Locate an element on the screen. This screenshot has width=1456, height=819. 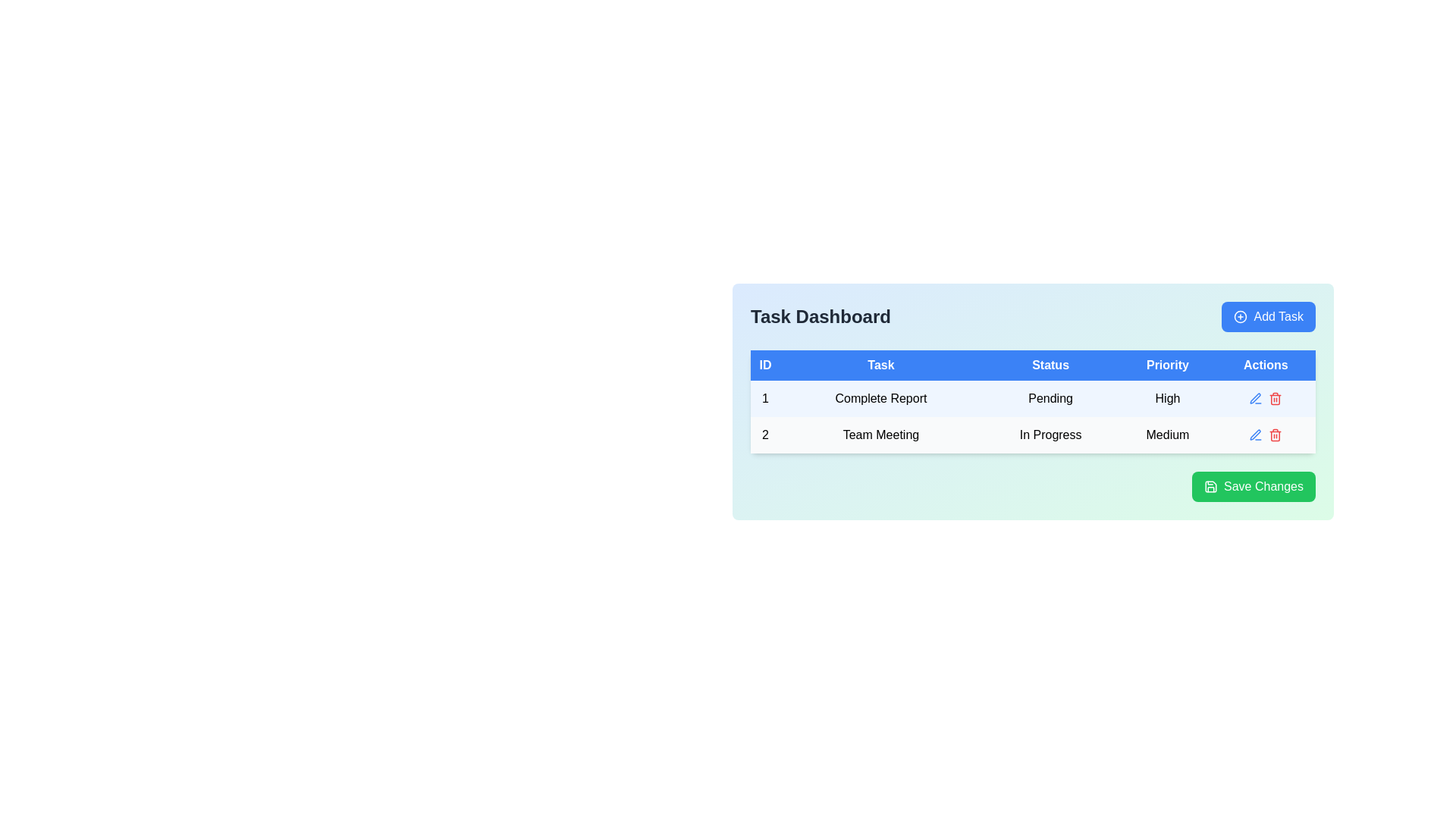
the text label displaying the status of the task labeled 'Complete Report' in the second column of the 'Status' column, which indicates that the task is currently pending is located at coordinates (1032, 400).